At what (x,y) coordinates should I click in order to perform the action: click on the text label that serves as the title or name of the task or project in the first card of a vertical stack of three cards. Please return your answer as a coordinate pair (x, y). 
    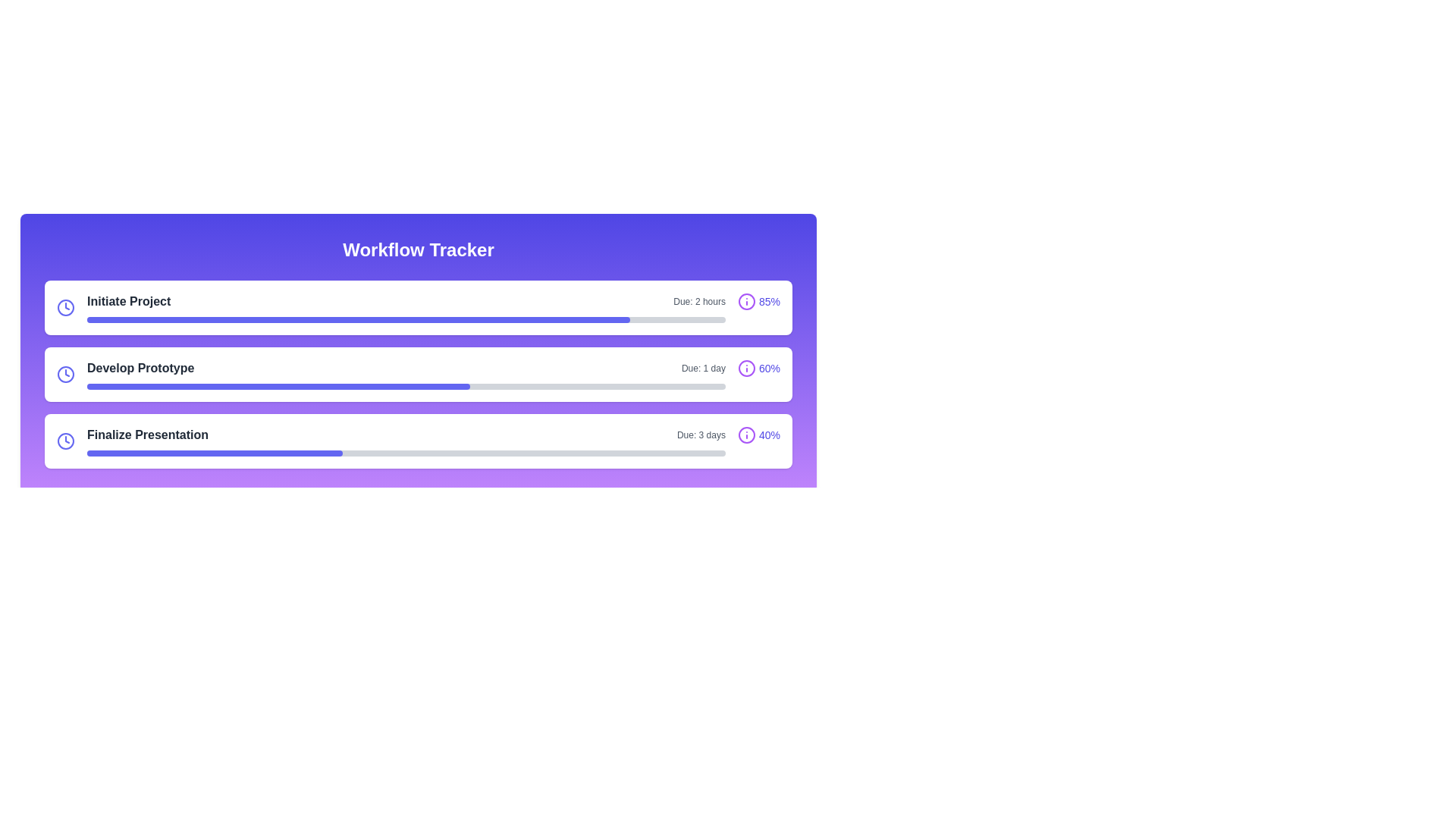
    Looking at the image, I should click on (129, 301).